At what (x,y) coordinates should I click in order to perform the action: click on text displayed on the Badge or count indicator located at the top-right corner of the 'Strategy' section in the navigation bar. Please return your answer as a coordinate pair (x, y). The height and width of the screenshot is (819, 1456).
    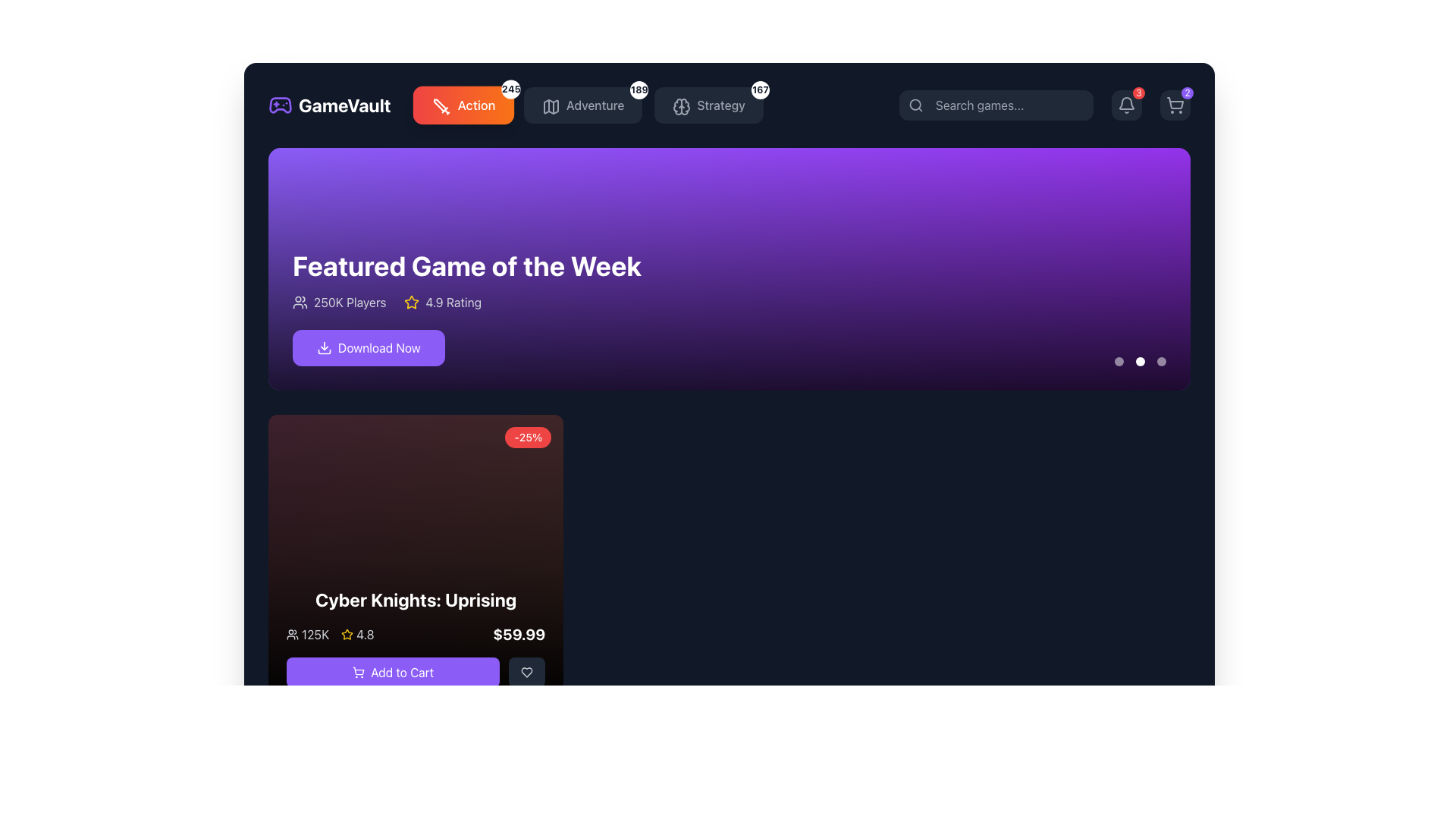
    Looking at the image, I should click on (761, 90).